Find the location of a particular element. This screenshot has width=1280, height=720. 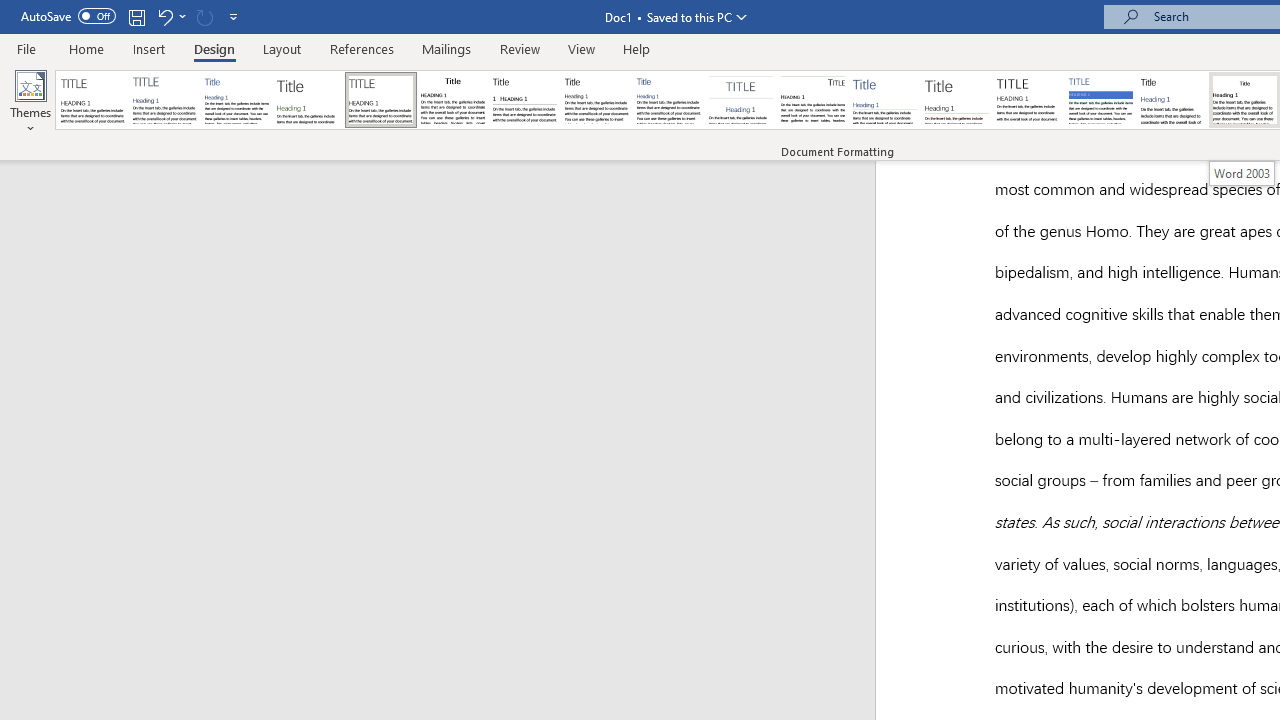

'Undo Apply Quick Style Set' is located at coordinates (170, 16).